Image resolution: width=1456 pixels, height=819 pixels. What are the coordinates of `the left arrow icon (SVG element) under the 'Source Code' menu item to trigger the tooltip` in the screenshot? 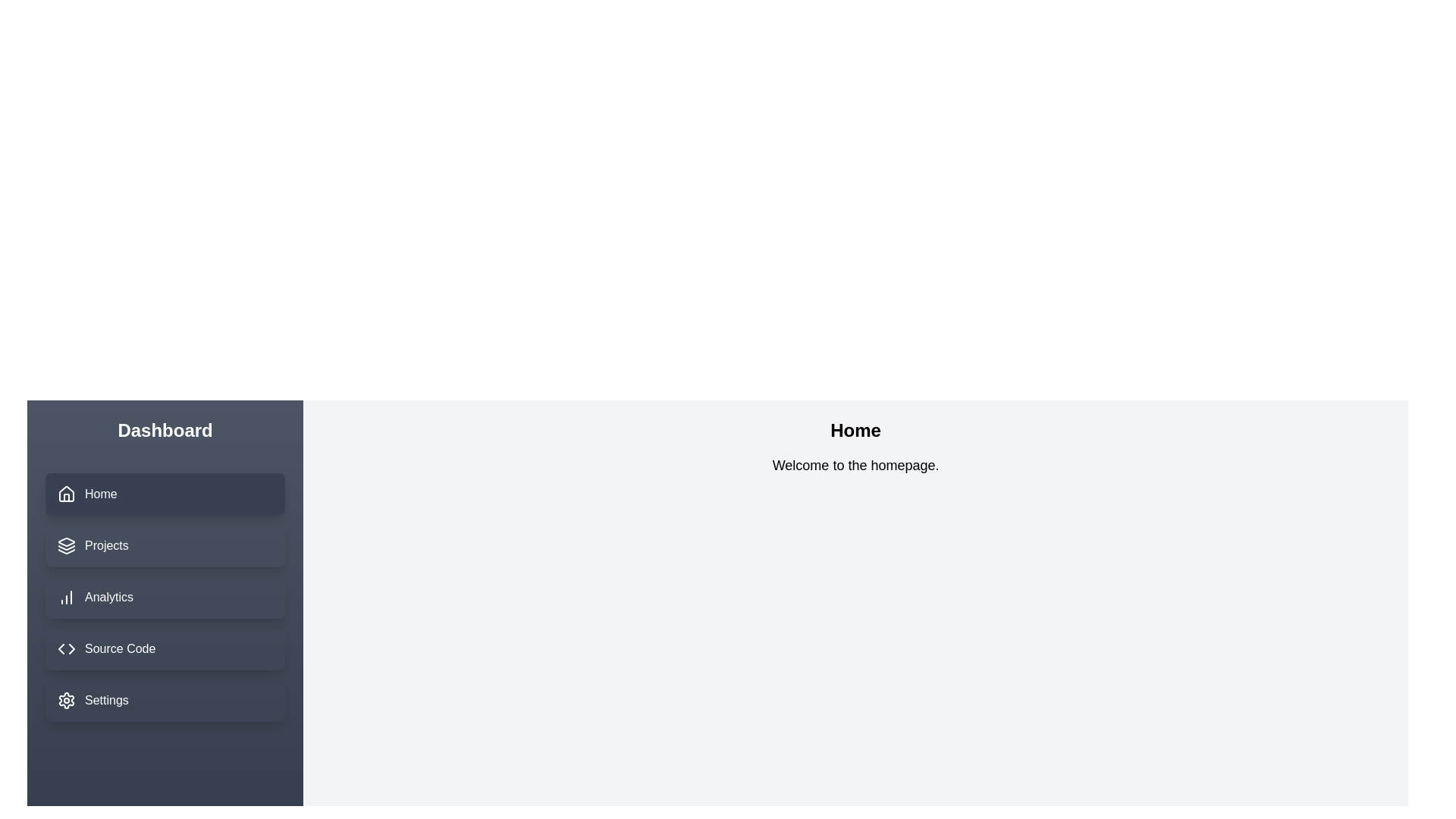 It's located at (61, 648).